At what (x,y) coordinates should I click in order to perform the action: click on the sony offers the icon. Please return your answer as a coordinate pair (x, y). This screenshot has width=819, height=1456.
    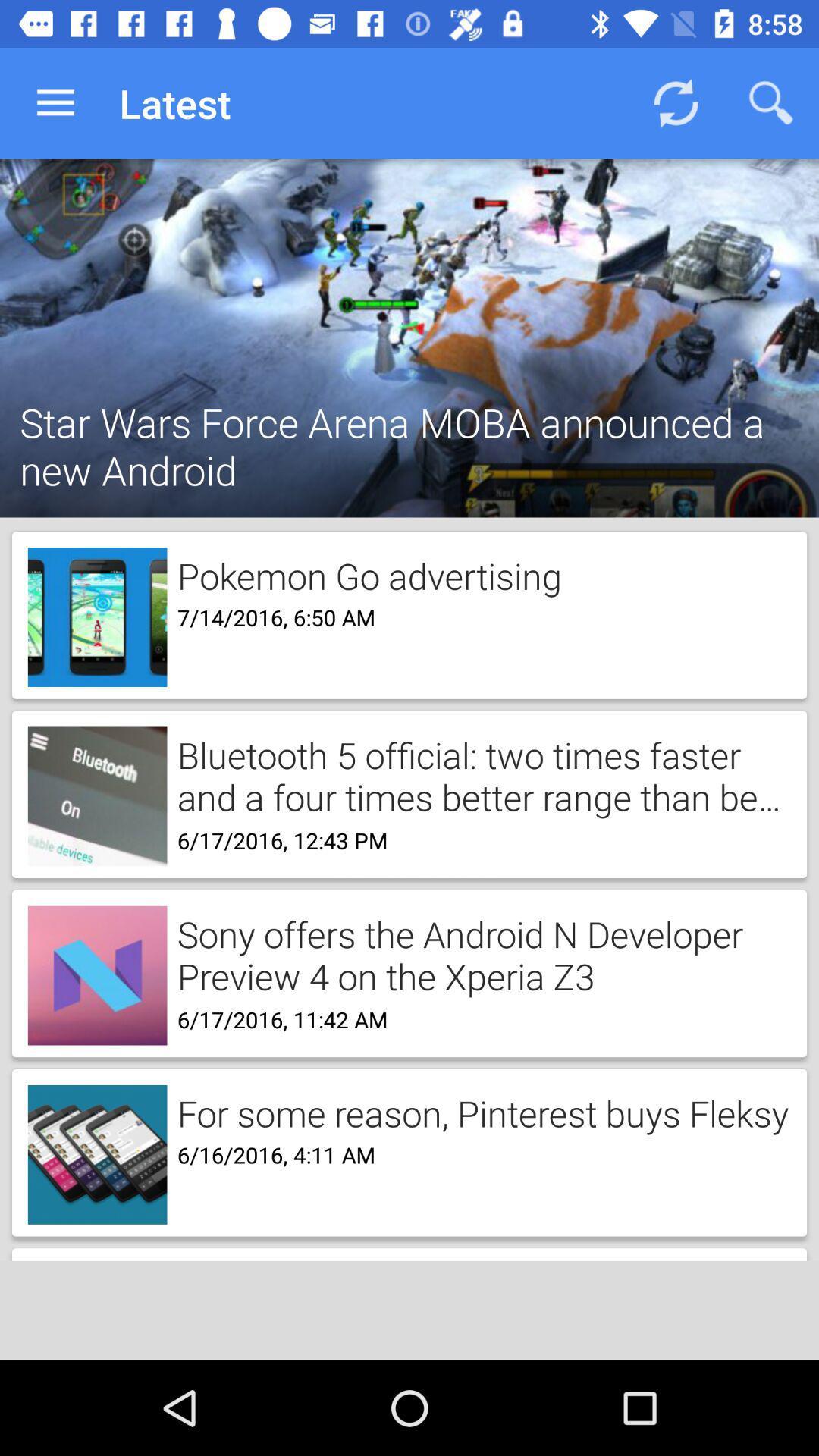
    Looking at the image, I should click on (479, 953).